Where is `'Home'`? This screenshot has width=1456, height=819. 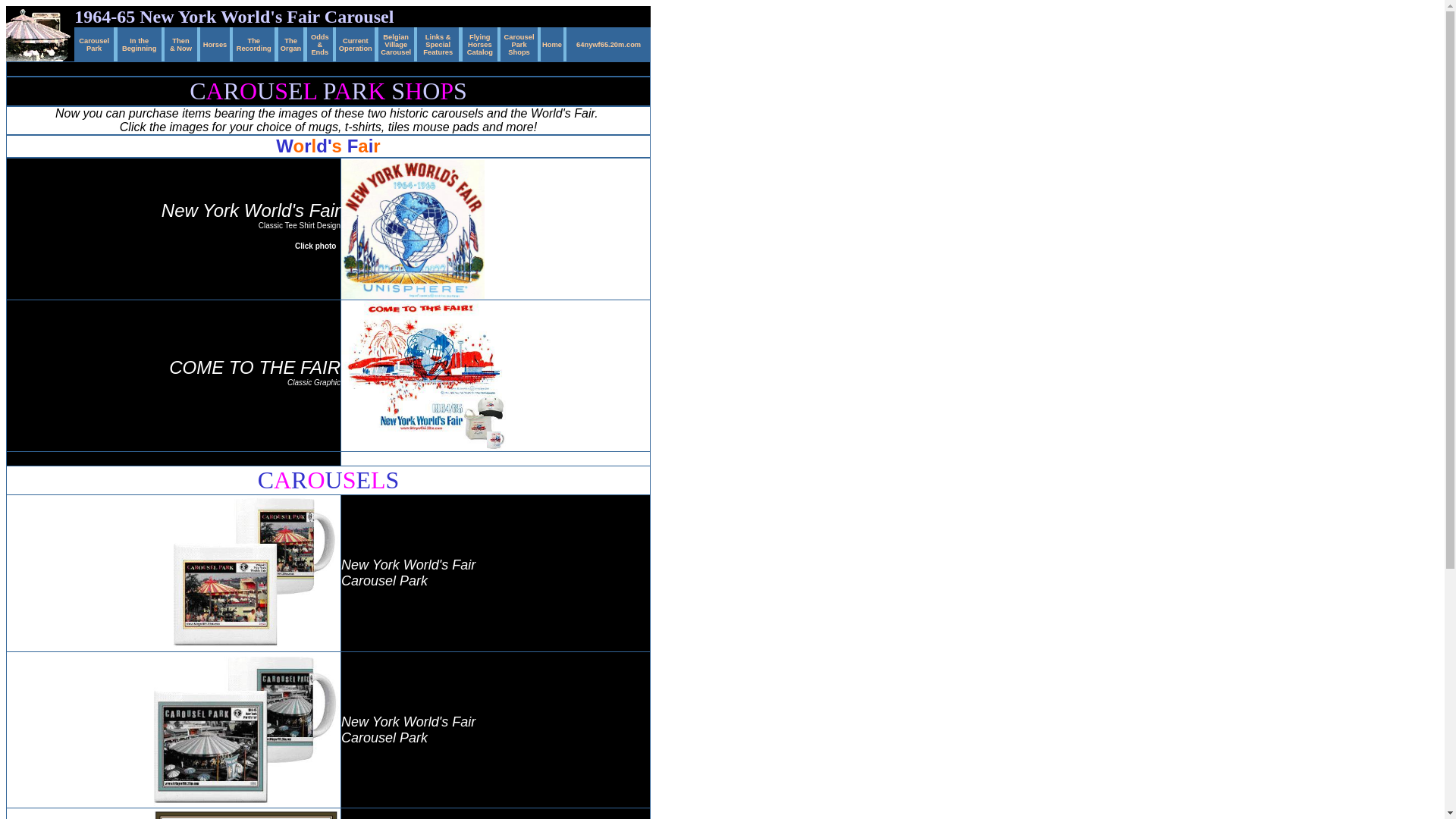
'Home' is located at coordinates (551, 42).